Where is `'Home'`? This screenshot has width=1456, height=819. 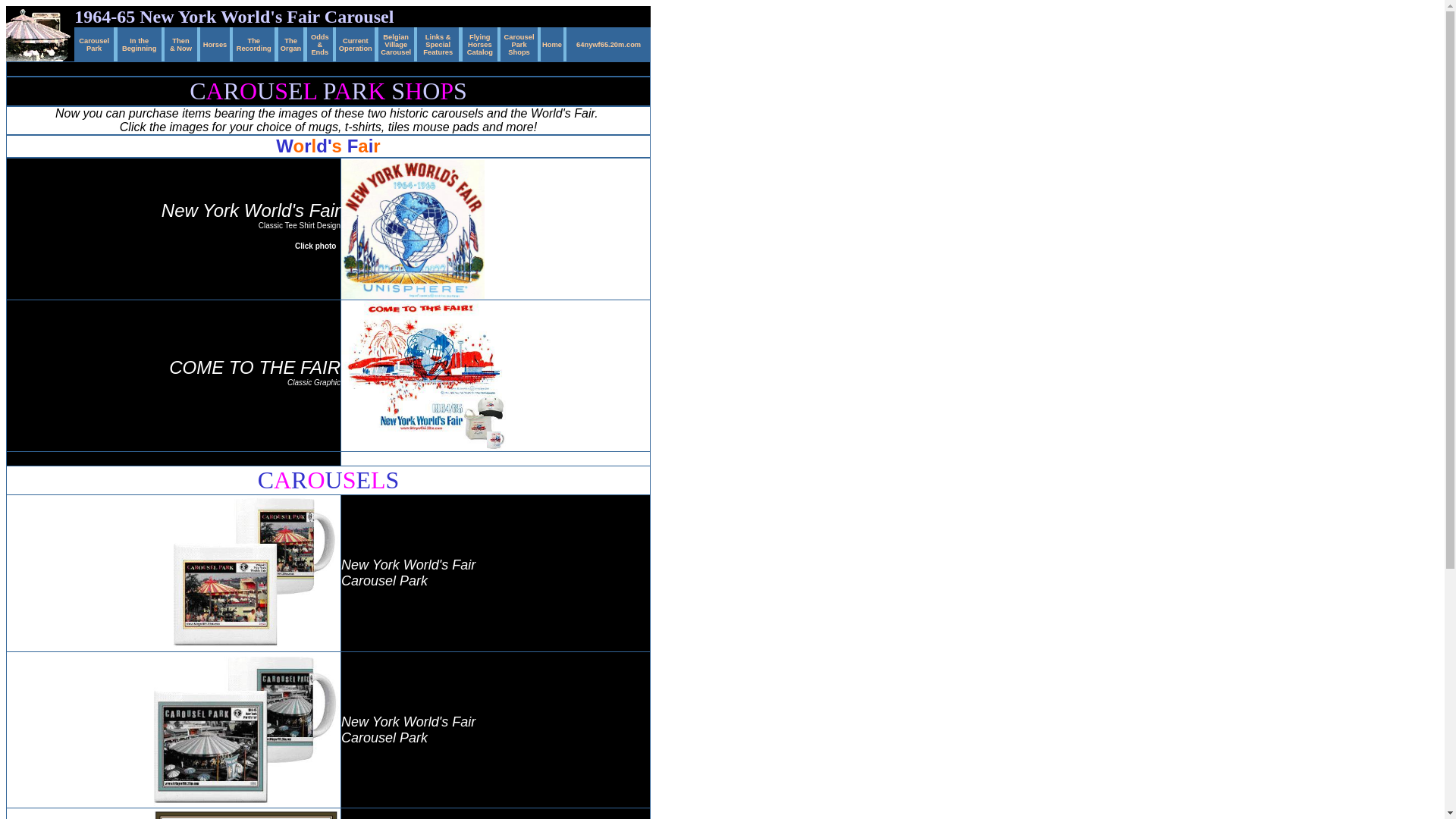
'Home' is located at coordinates (551, 42).